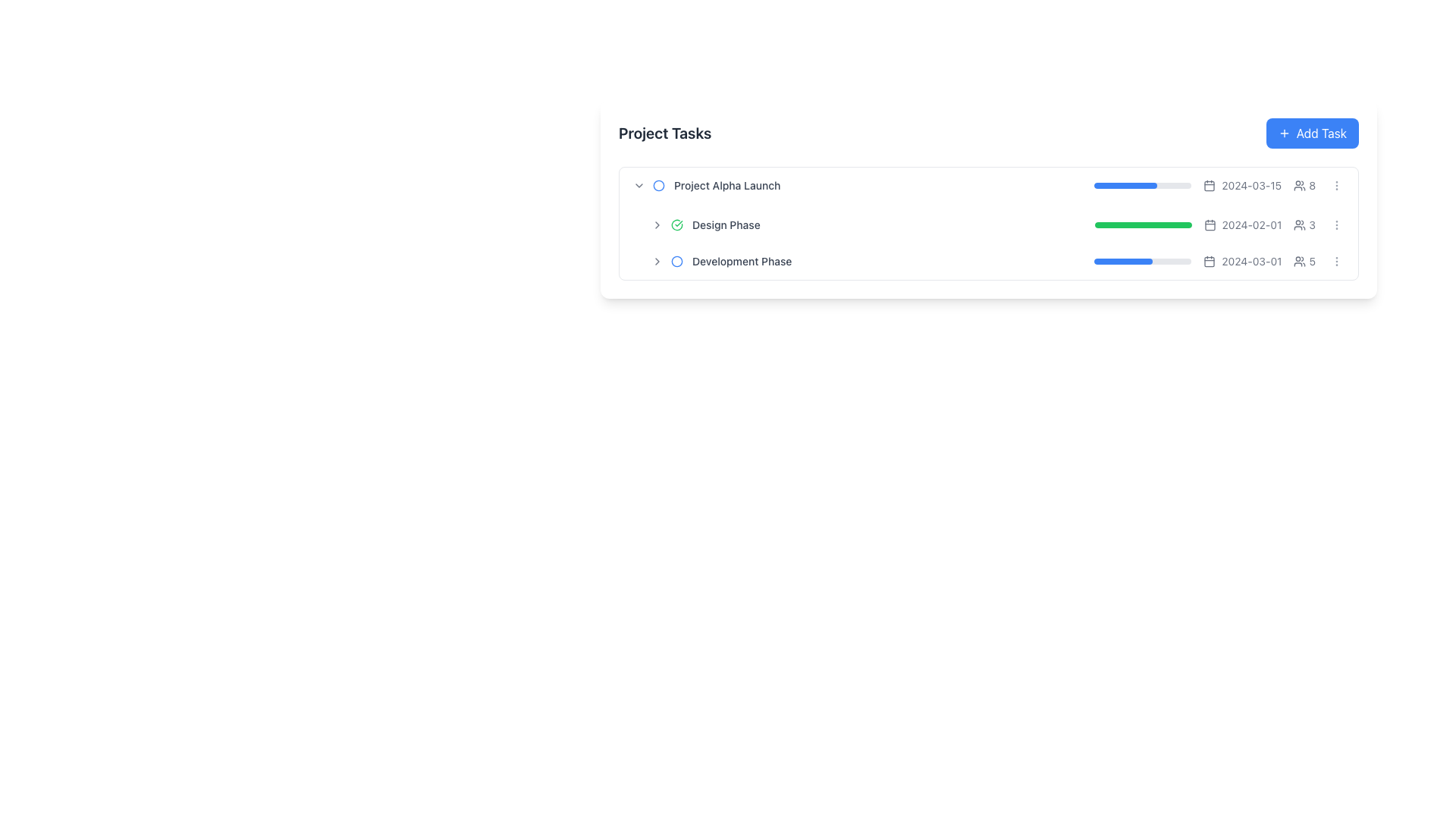 Image resolution: width=1456 pixels, height=819 pixels. What do you see at coordinates (1143, 185) in the screenshot?
I see `the progress bar indicating the '2024-03-15' task entry, which has a gray background and a blue filled portion` at bounding box center [1143, 185].